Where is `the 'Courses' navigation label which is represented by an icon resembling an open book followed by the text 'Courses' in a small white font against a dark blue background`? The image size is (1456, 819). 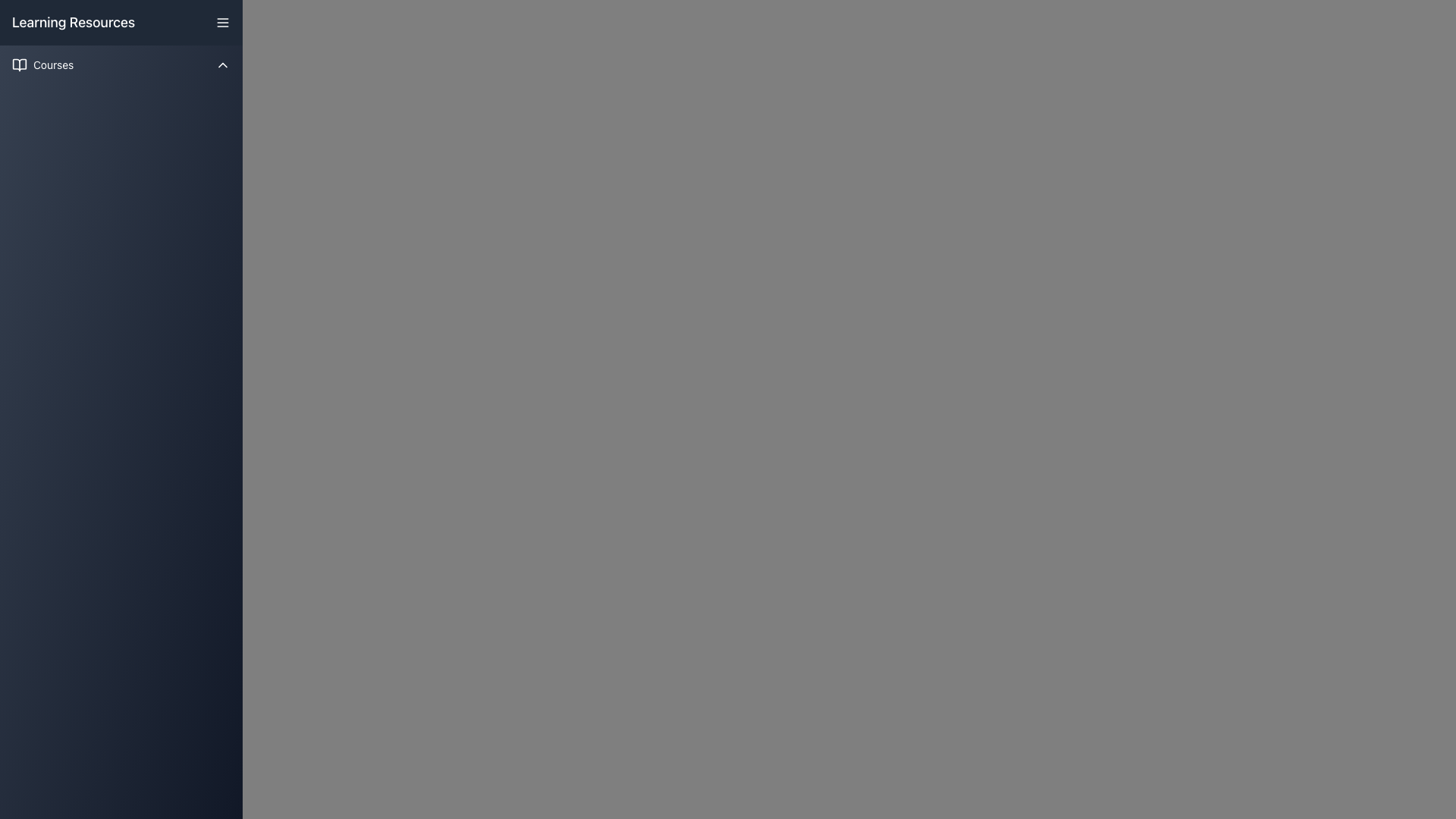
the 'Courses' navigation label which is represented by an icon resembling an open book followed by the text 'Courses' in a small white font against a dark blue background is located at coordinates (42, 64).